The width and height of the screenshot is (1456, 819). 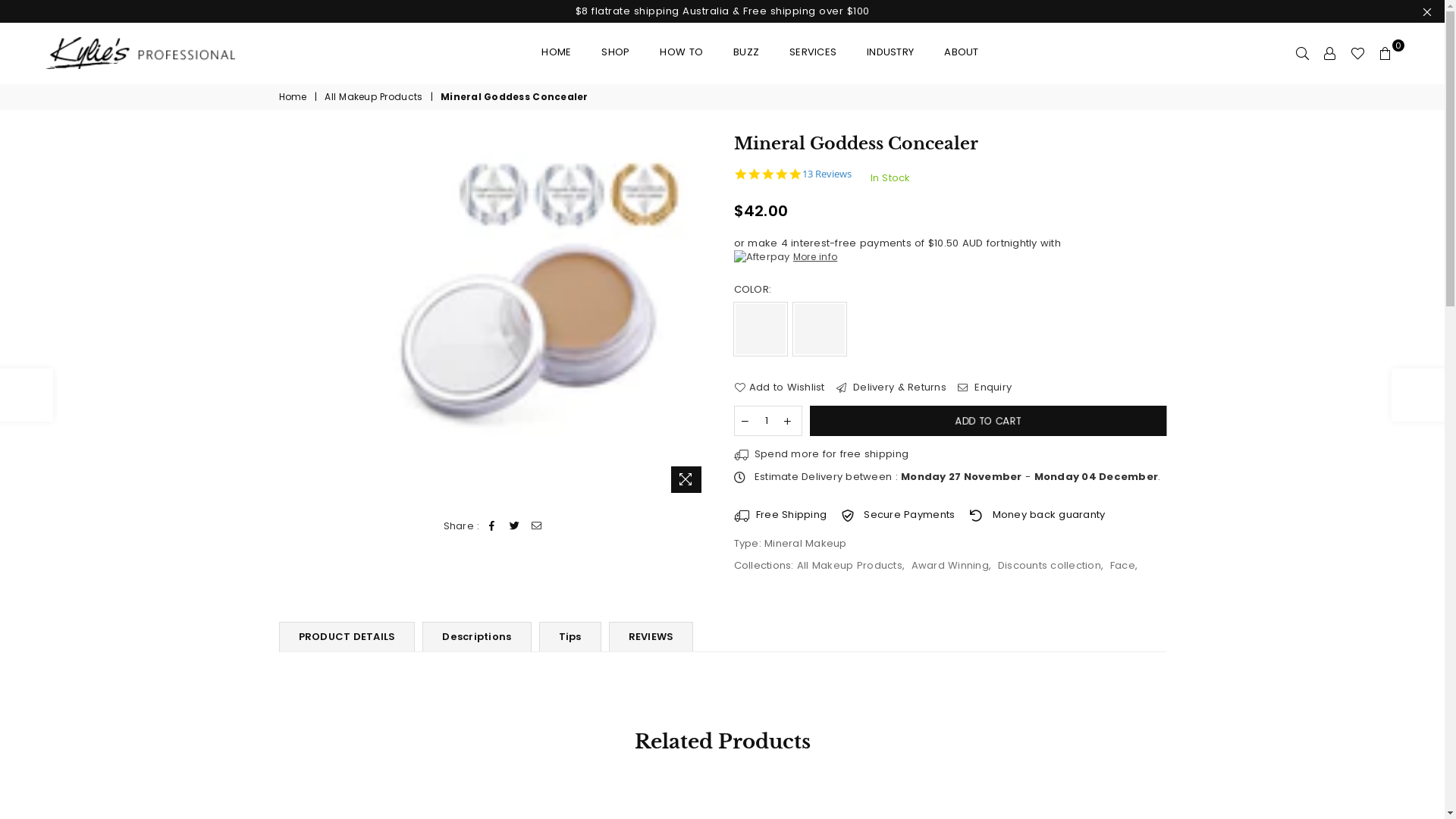 What do you see at coordinates (767, 421) in the screenshot?
I see `'Quantity'` at bounding box center [767, 421].